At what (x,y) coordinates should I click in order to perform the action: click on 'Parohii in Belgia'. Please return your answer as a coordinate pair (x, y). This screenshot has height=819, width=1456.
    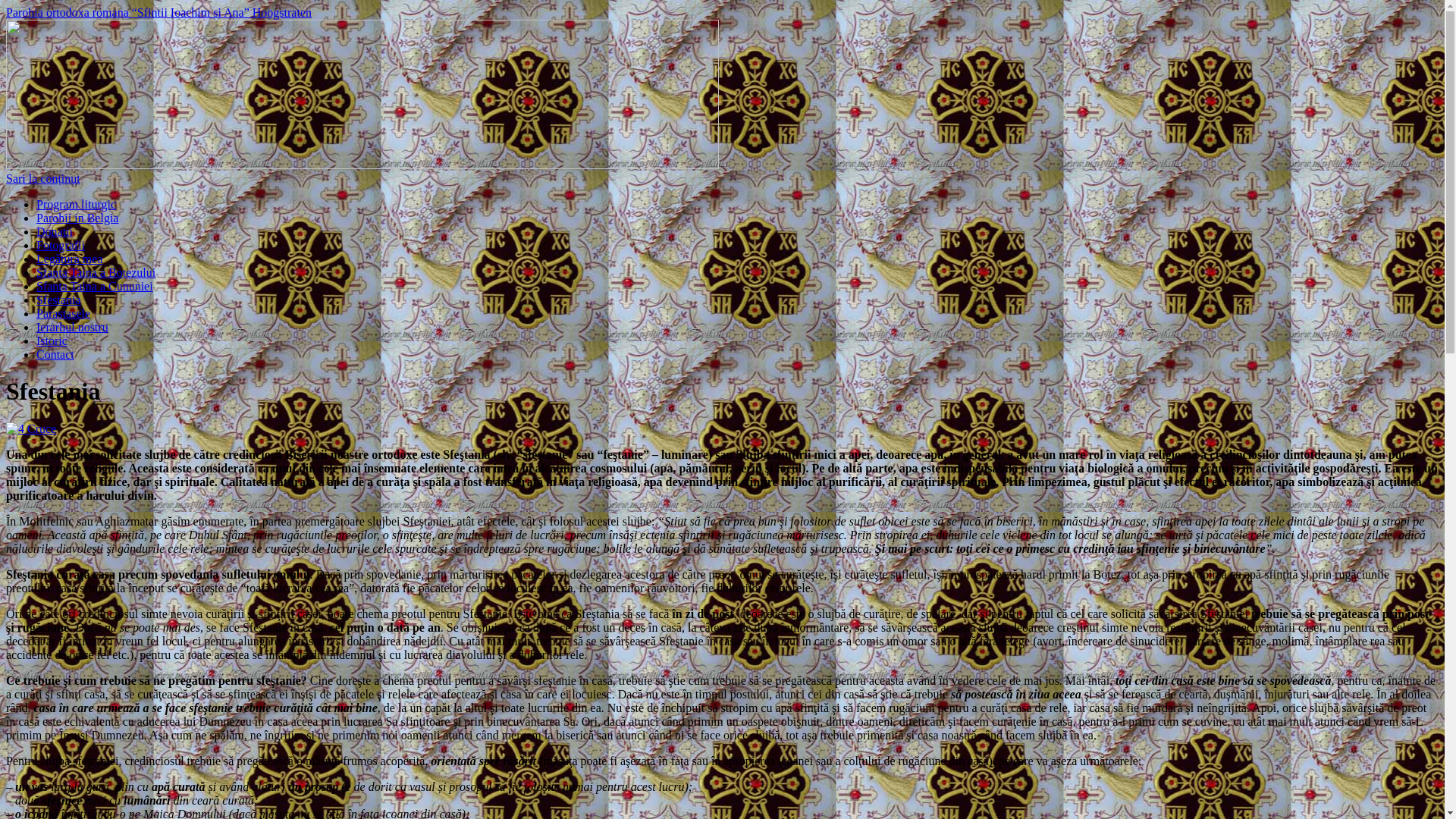
    Looking at the image, I should click on (76, 218).